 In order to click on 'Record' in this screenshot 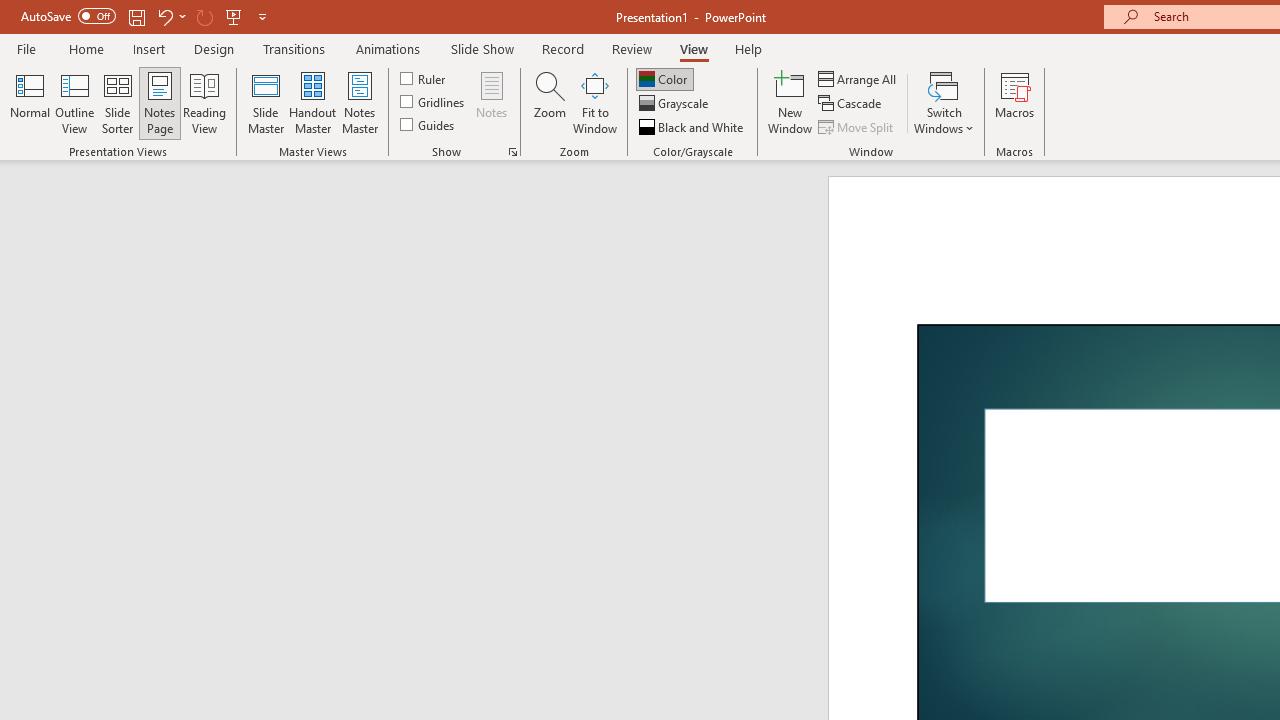, I will do `click(561, 48)`.